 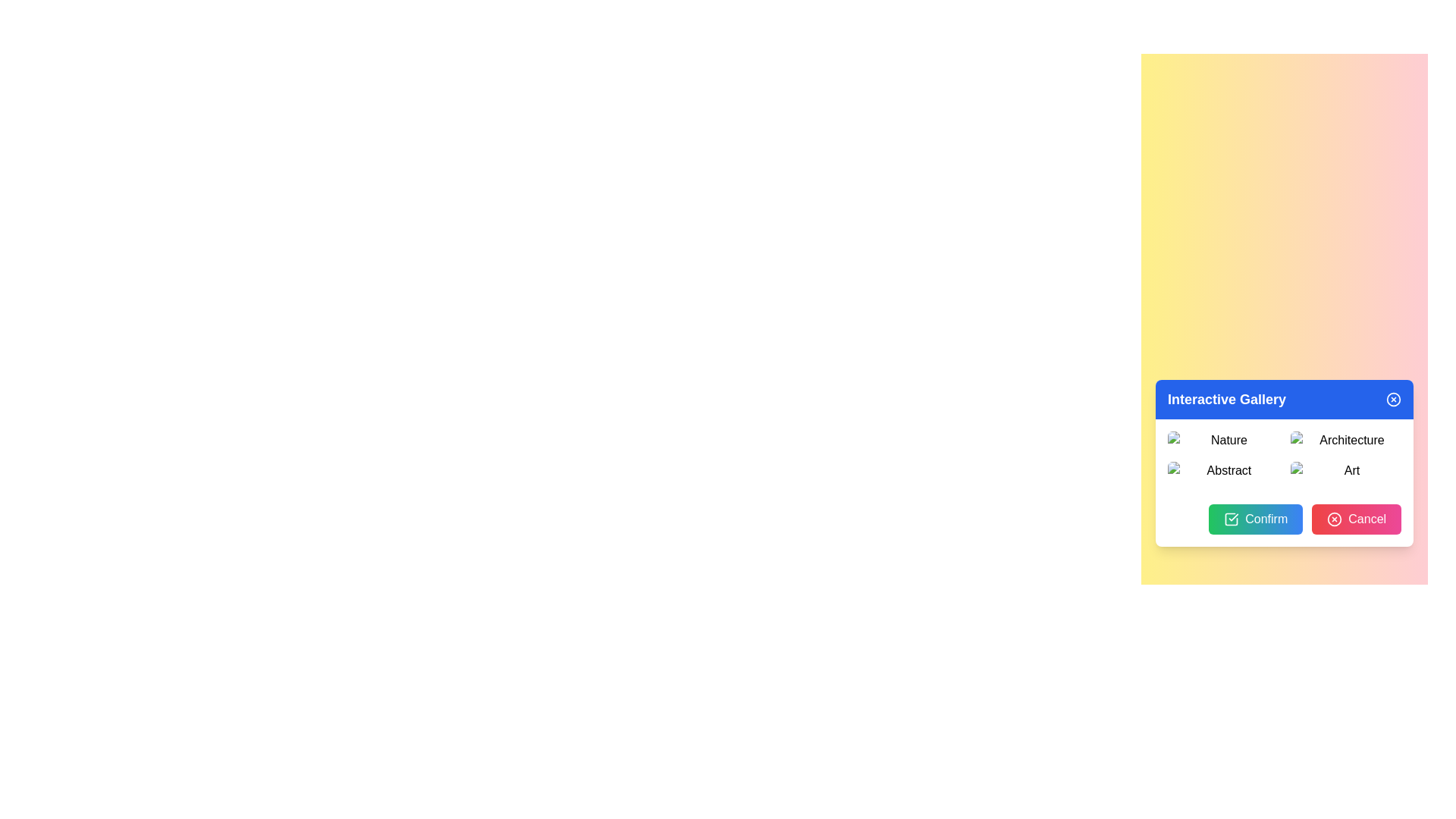 I want to click on the small square icon with a checkmark inside it located to the left of the 'Confirm' button text at the bottom left corner of the dialog box, so click(x=1232, y=519).